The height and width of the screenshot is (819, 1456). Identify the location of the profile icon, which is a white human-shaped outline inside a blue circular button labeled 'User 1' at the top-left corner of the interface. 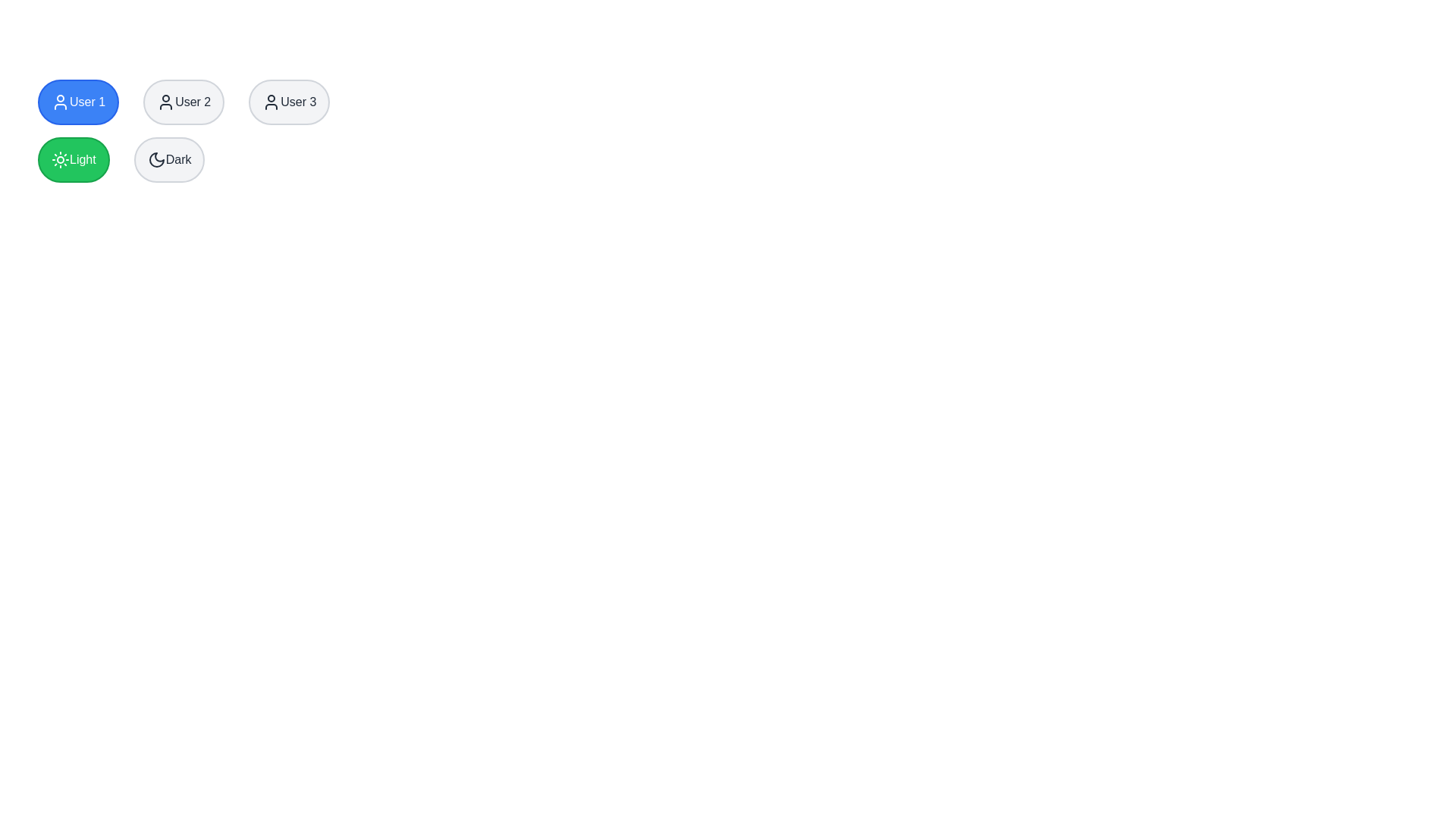
(61, 102).